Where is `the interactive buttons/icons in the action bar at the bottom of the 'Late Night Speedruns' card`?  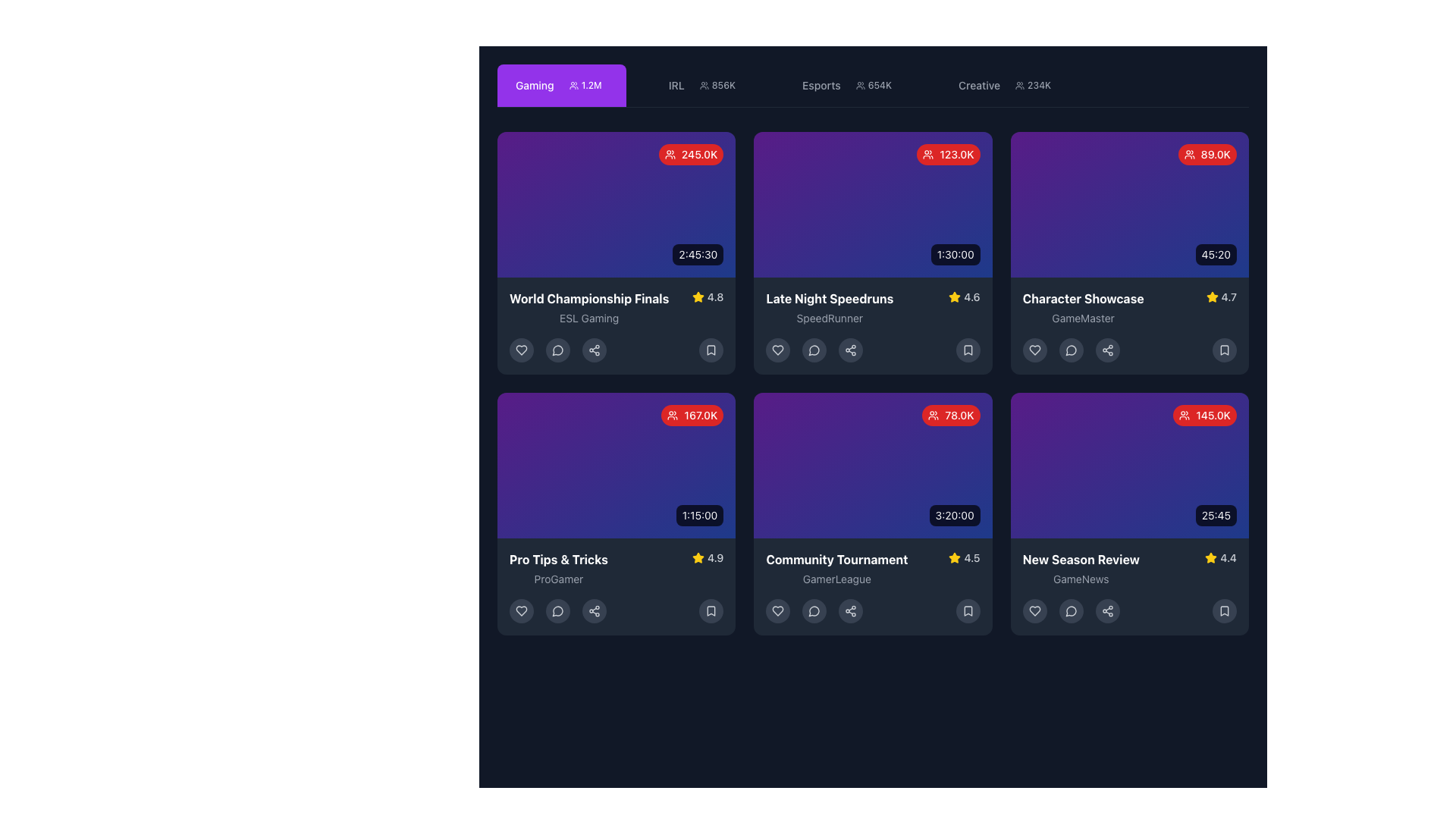
the interactive buttons/icons in the action bar at the bottom of the 'Late Night Speedruns' card is located at coordinates (873, 350).